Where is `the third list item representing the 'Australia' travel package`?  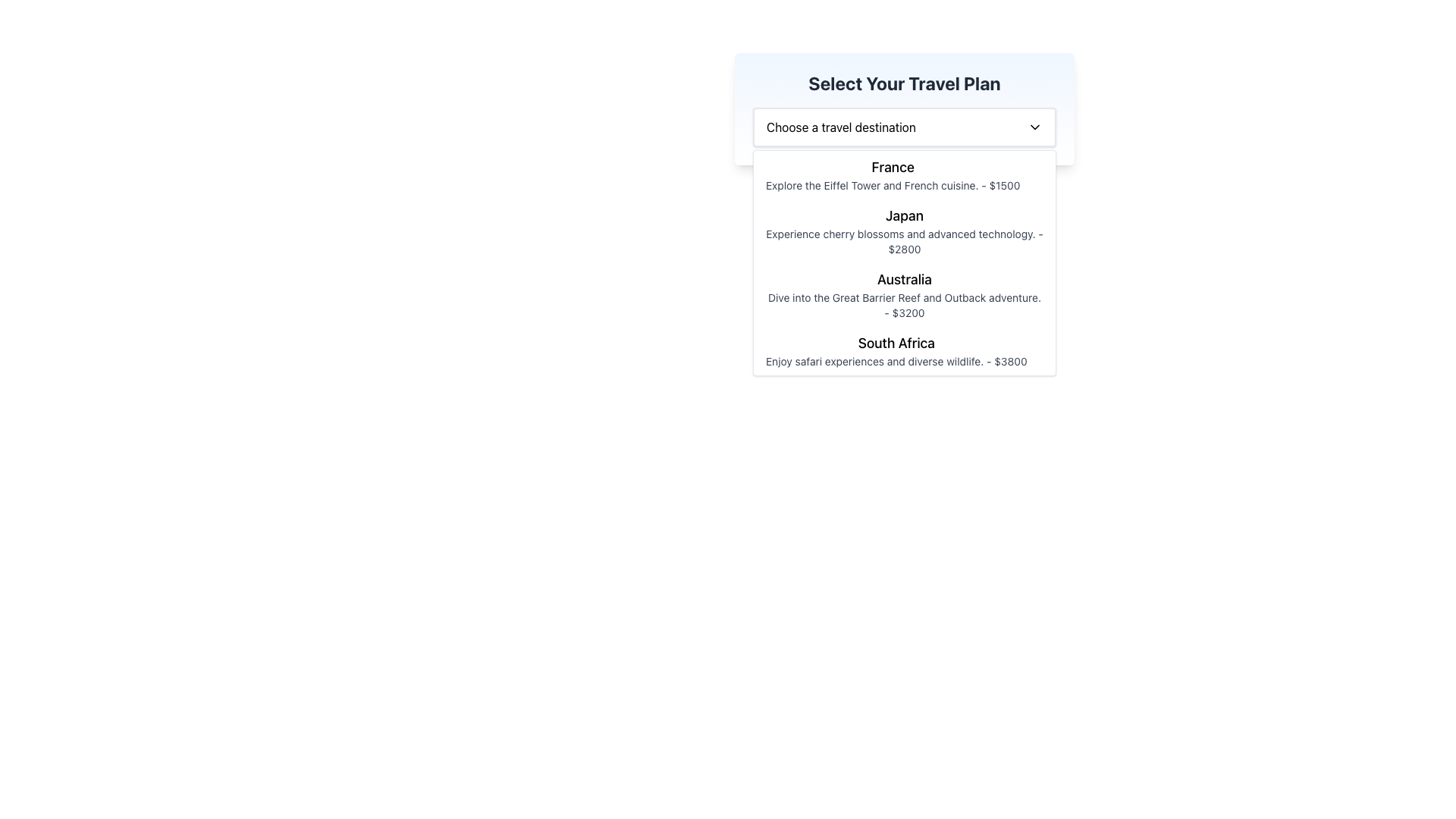 the third list item representing the 'Australia' travel package is located at coordinates (905, 295).